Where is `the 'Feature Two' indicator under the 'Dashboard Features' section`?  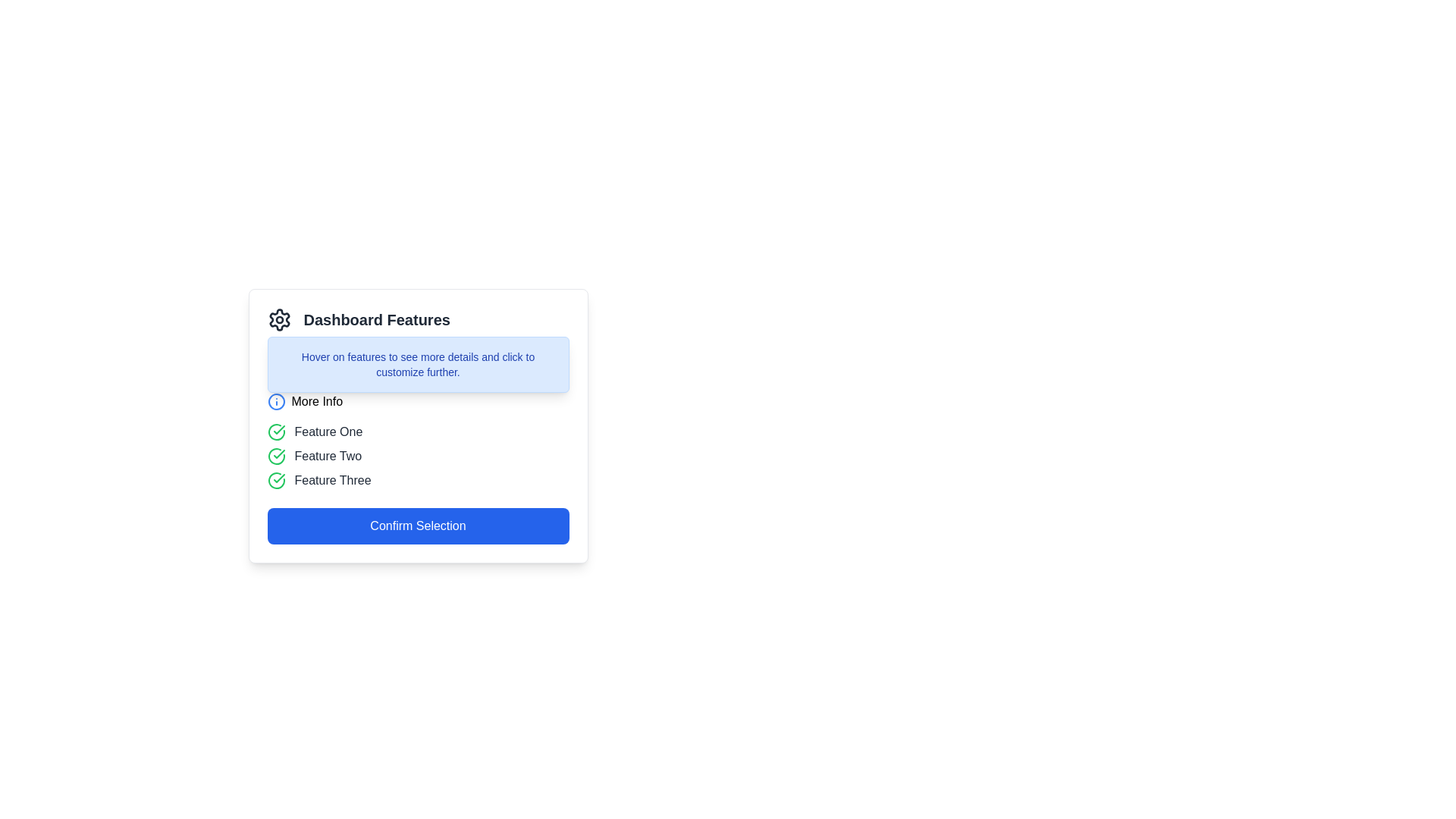
the 'Feature Two' indicator under the 'Dashboard Features' section is located at coordinates (418, 455).